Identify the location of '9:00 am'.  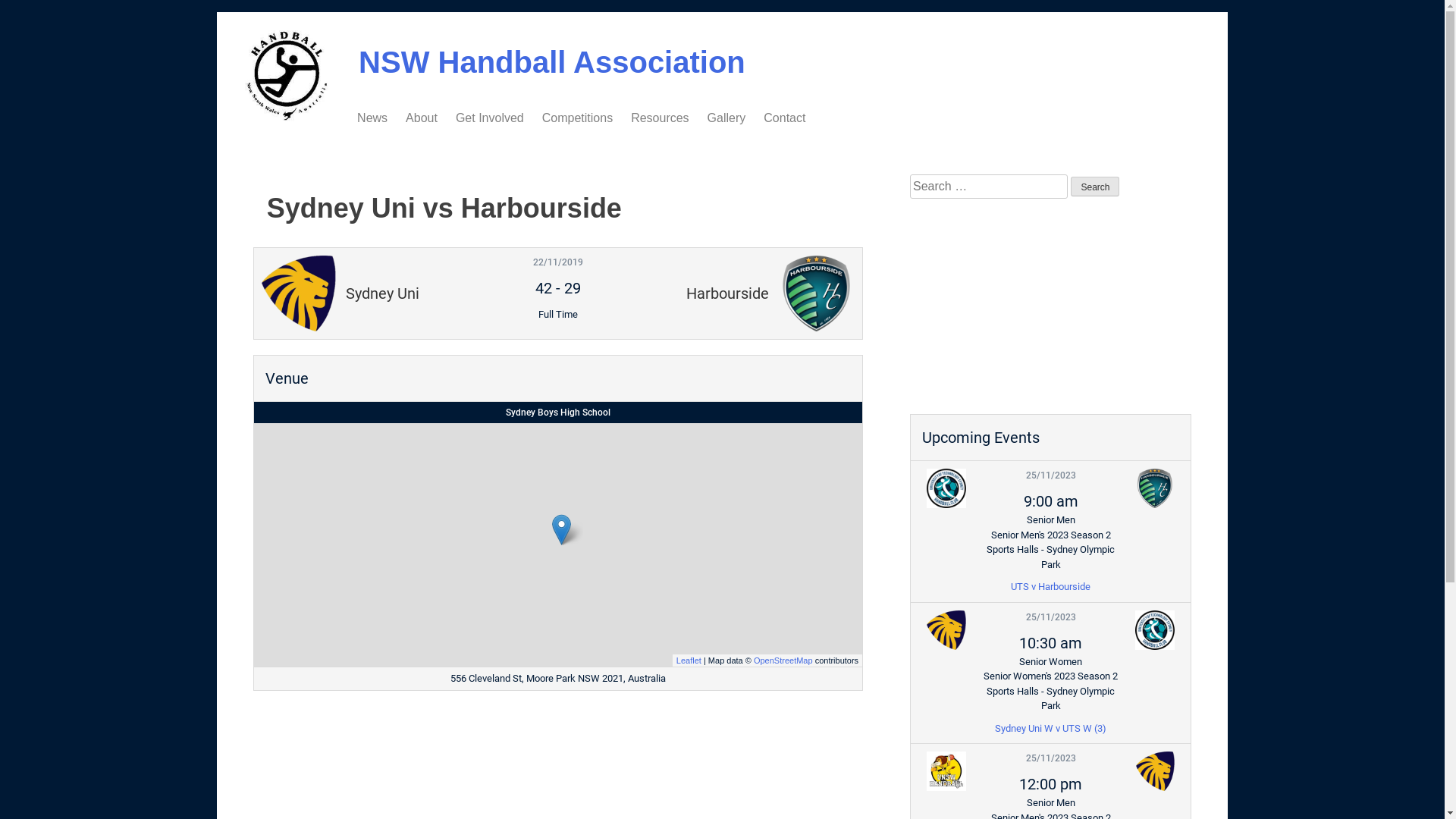
(1050, 500).